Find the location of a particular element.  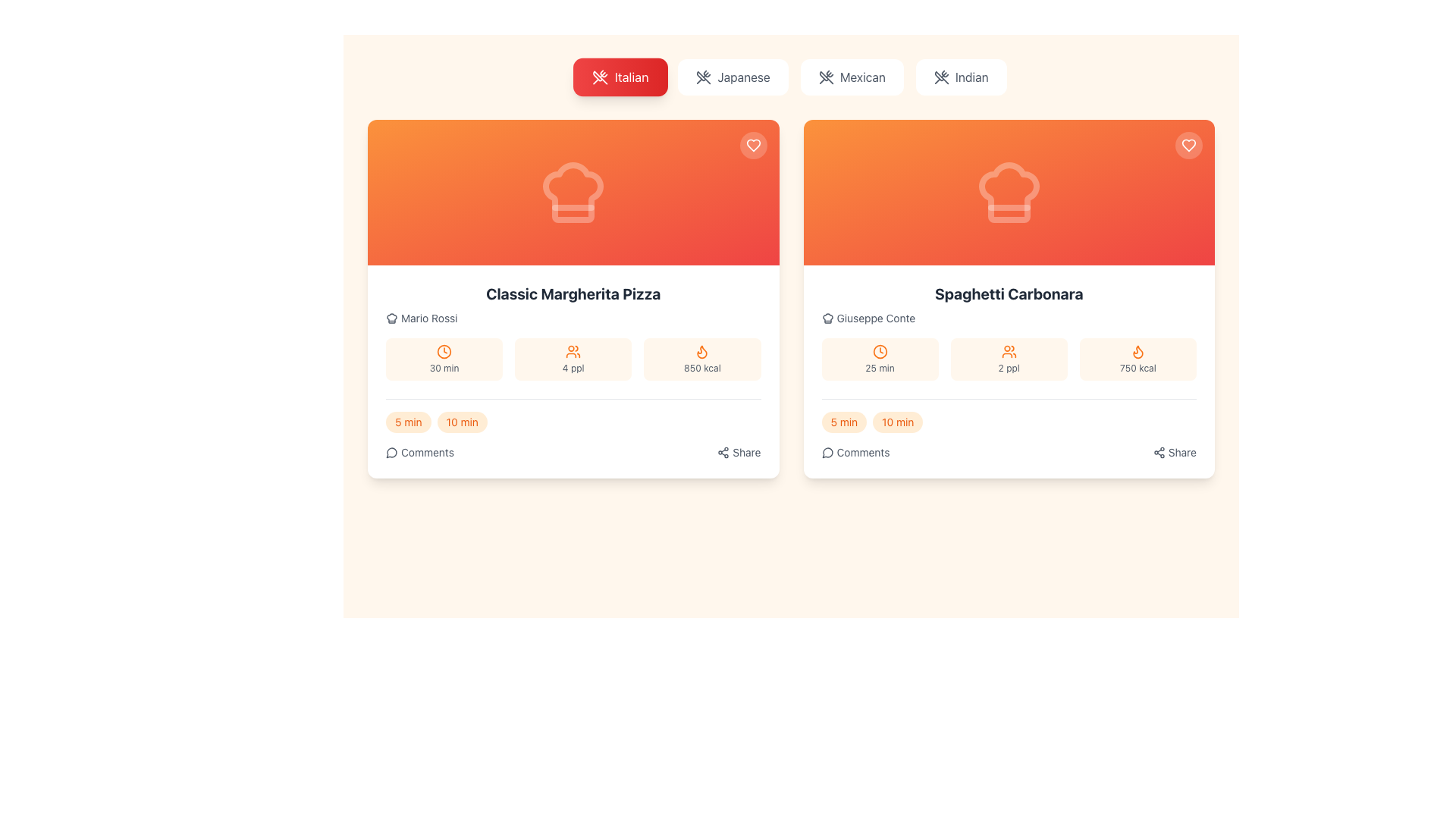

the decorative icon (SVG) at the start of the 'Mexican' button, which visually represents the Mexican cuisine category is located at coordinates (825, 77).